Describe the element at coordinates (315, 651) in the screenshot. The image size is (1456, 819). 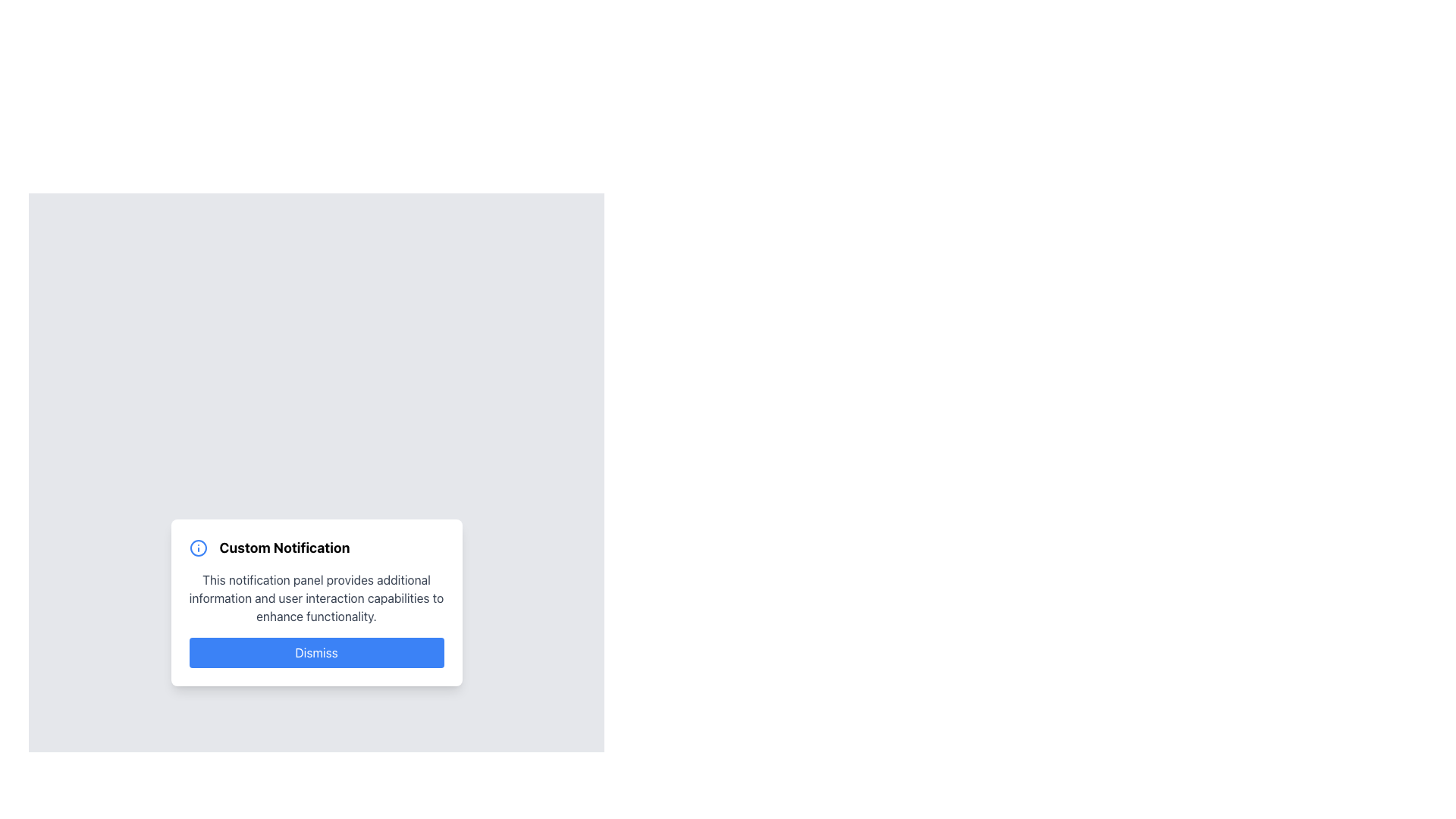
I see `the 'Dismiss' button, which is a rectangular button with a blue background and white text located within a notification panel` at that location.